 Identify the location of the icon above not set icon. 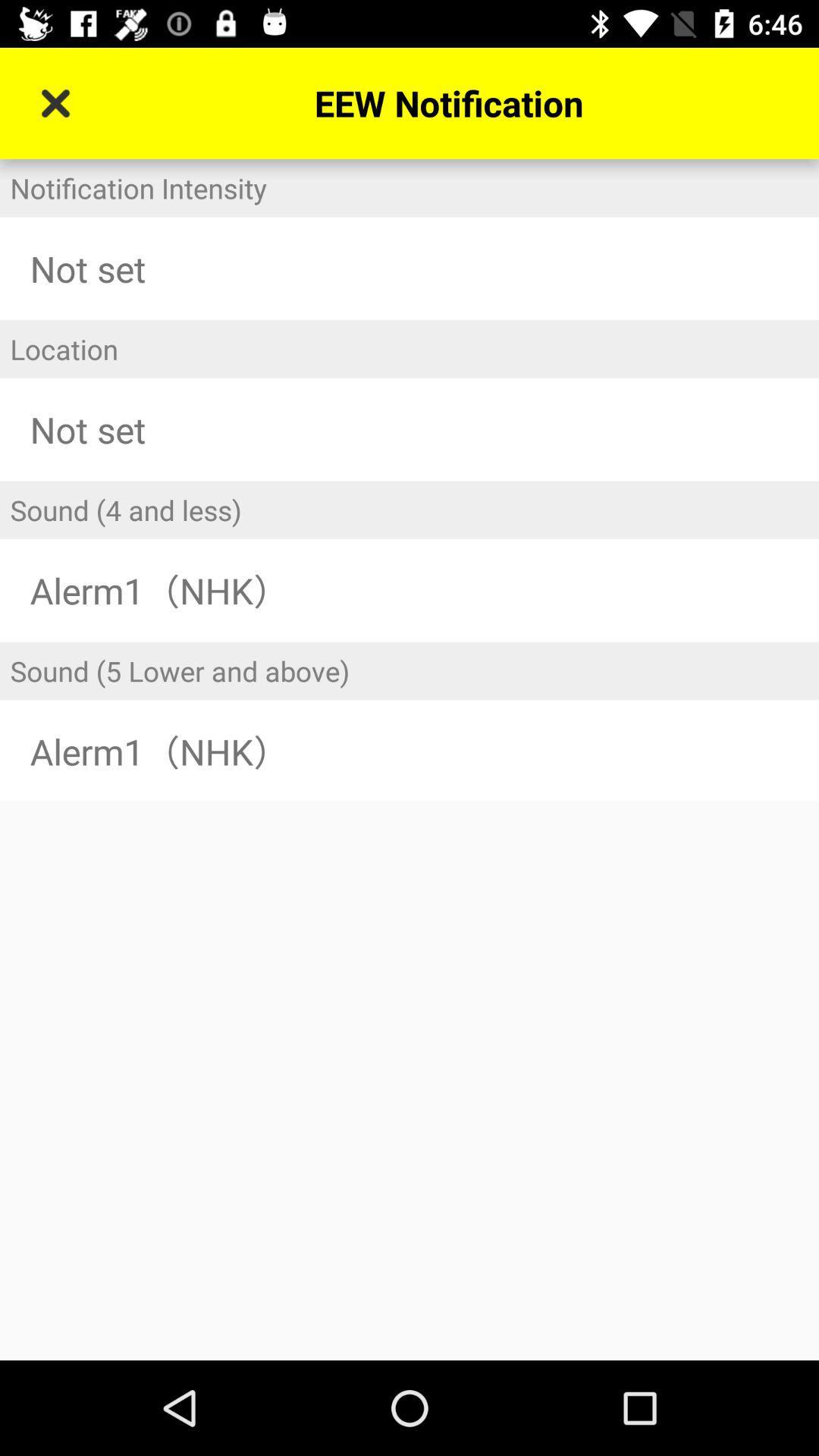
(409, 348).